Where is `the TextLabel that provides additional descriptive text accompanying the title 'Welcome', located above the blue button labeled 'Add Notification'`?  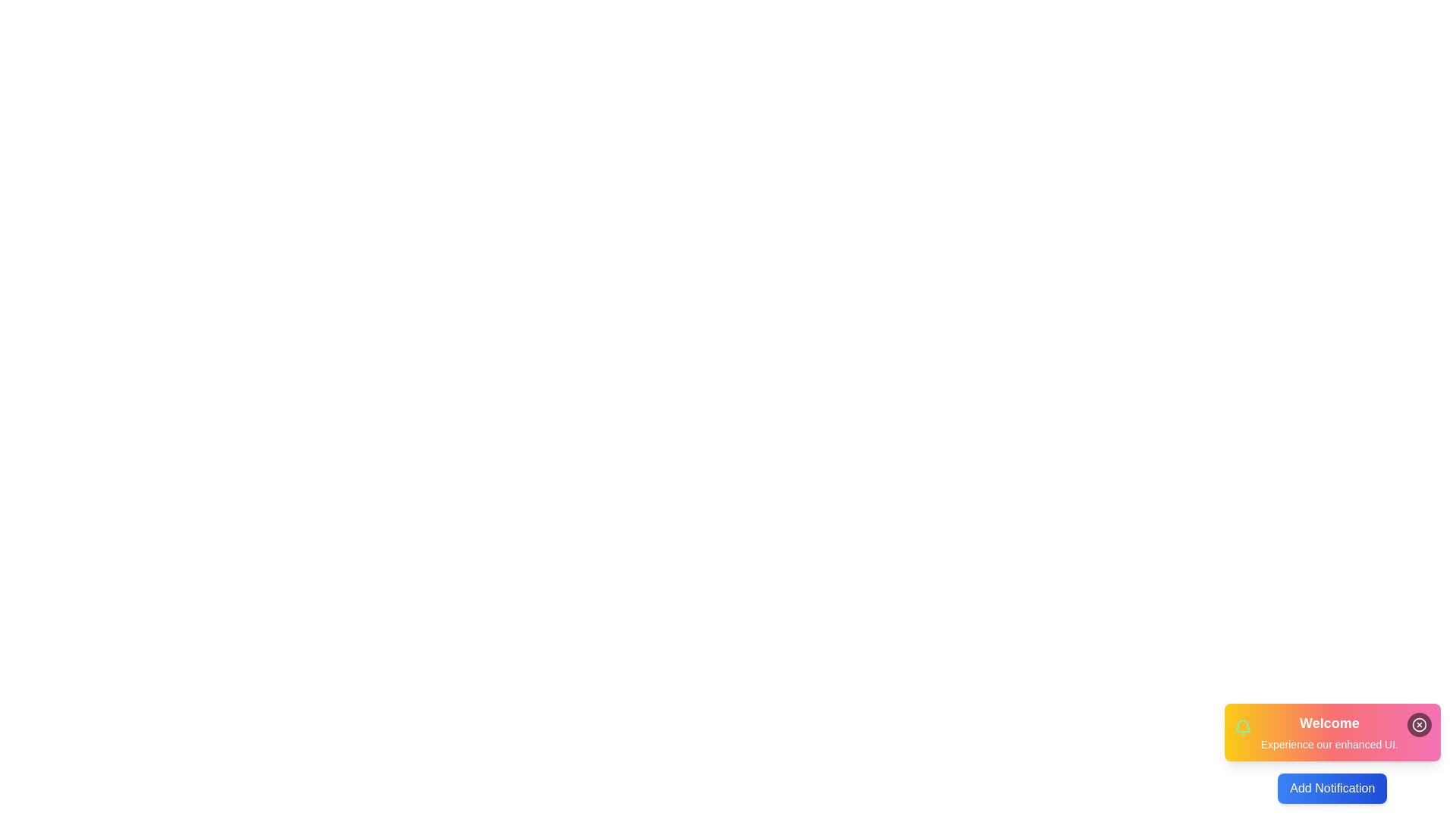
the TextLabel that provides additional descriptive text accompanying the title 'Welcome', located above the blue button labeled 'Add Notification' is located at coordinates (1329, 744).